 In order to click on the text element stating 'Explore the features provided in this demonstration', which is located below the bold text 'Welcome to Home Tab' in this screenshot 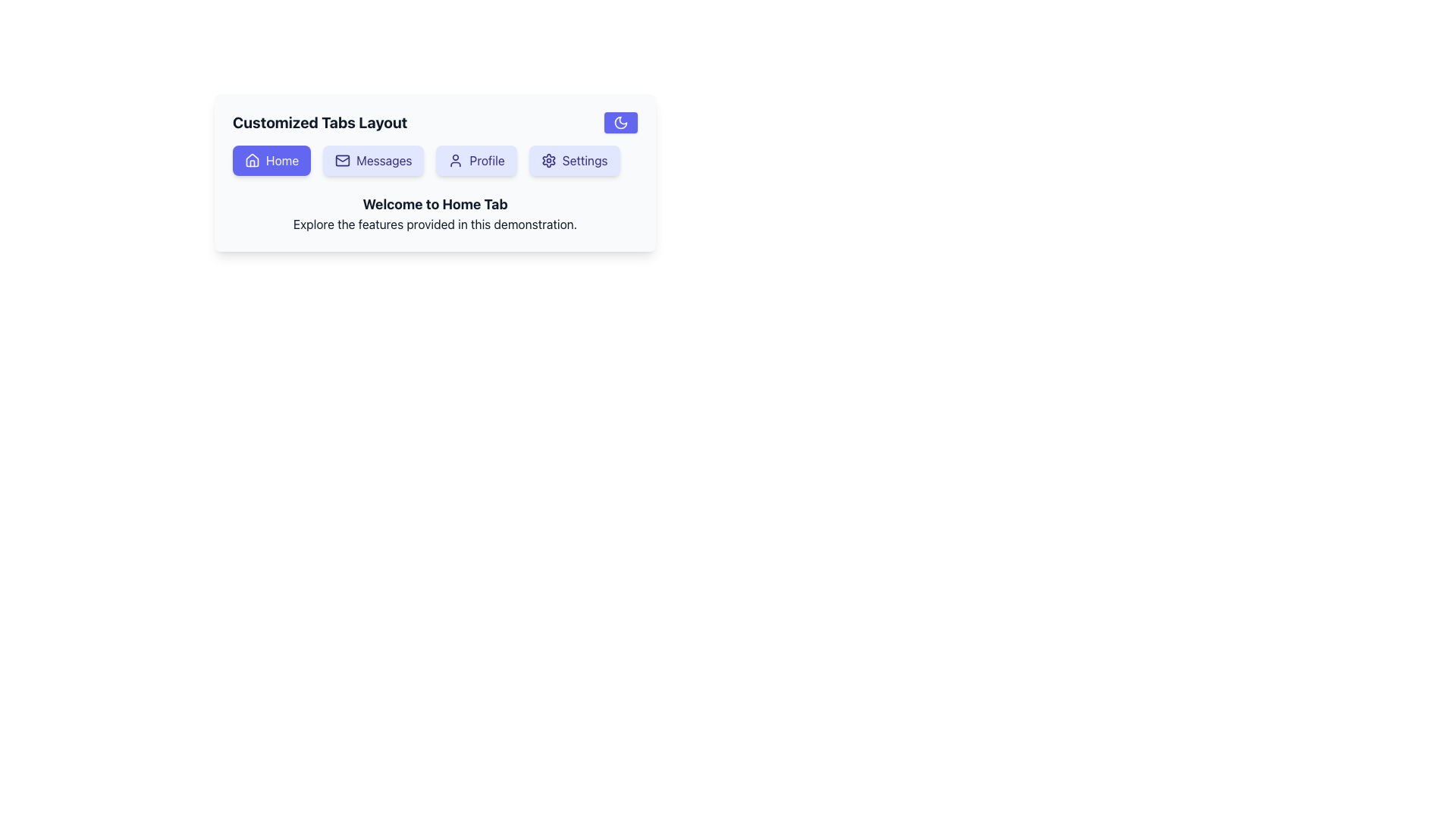, I will do `click(435, 224)`.